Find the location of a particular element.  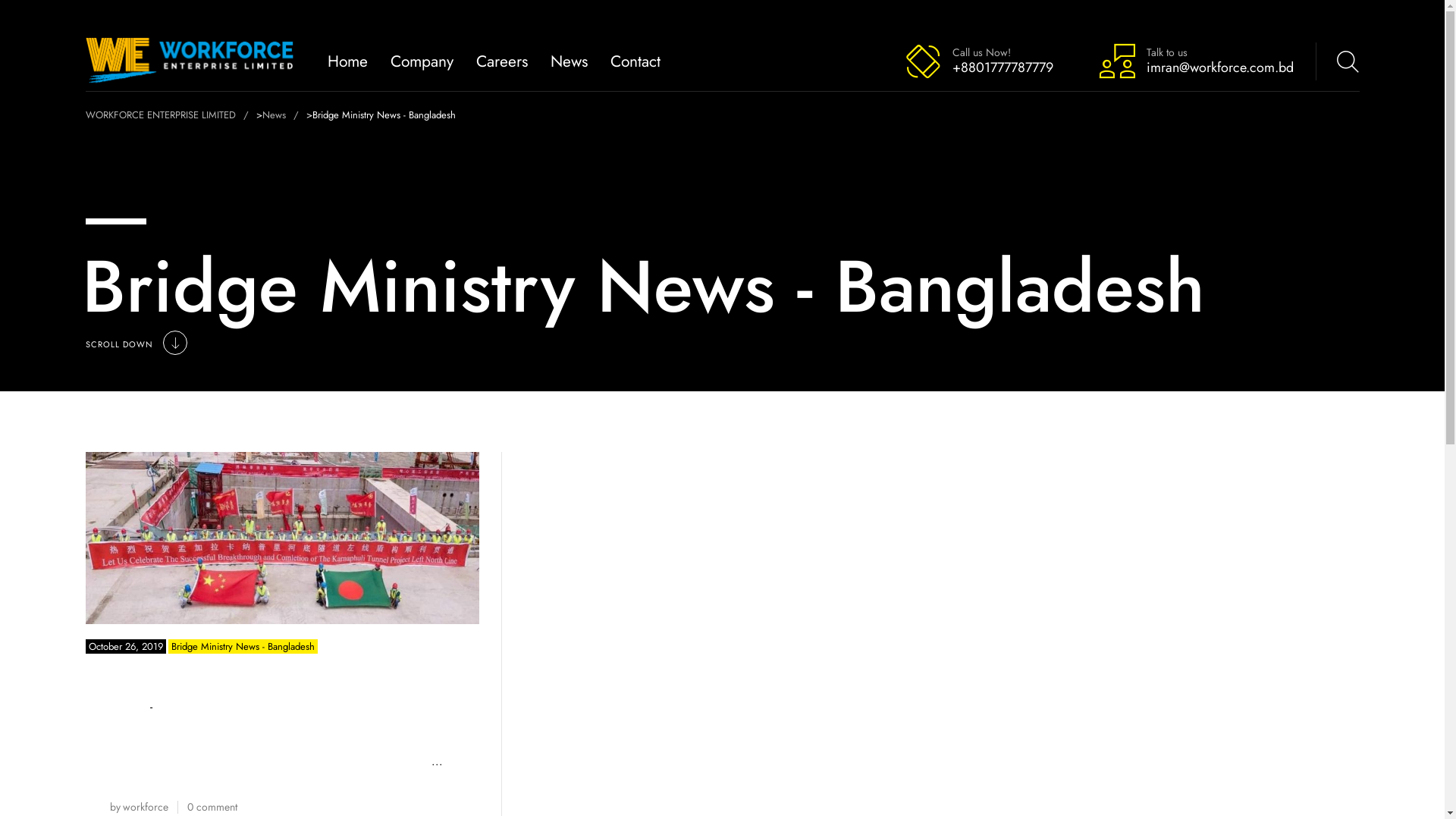

'Bridge Ministry News - Bangladesh' is located at coordinates (168, 646).